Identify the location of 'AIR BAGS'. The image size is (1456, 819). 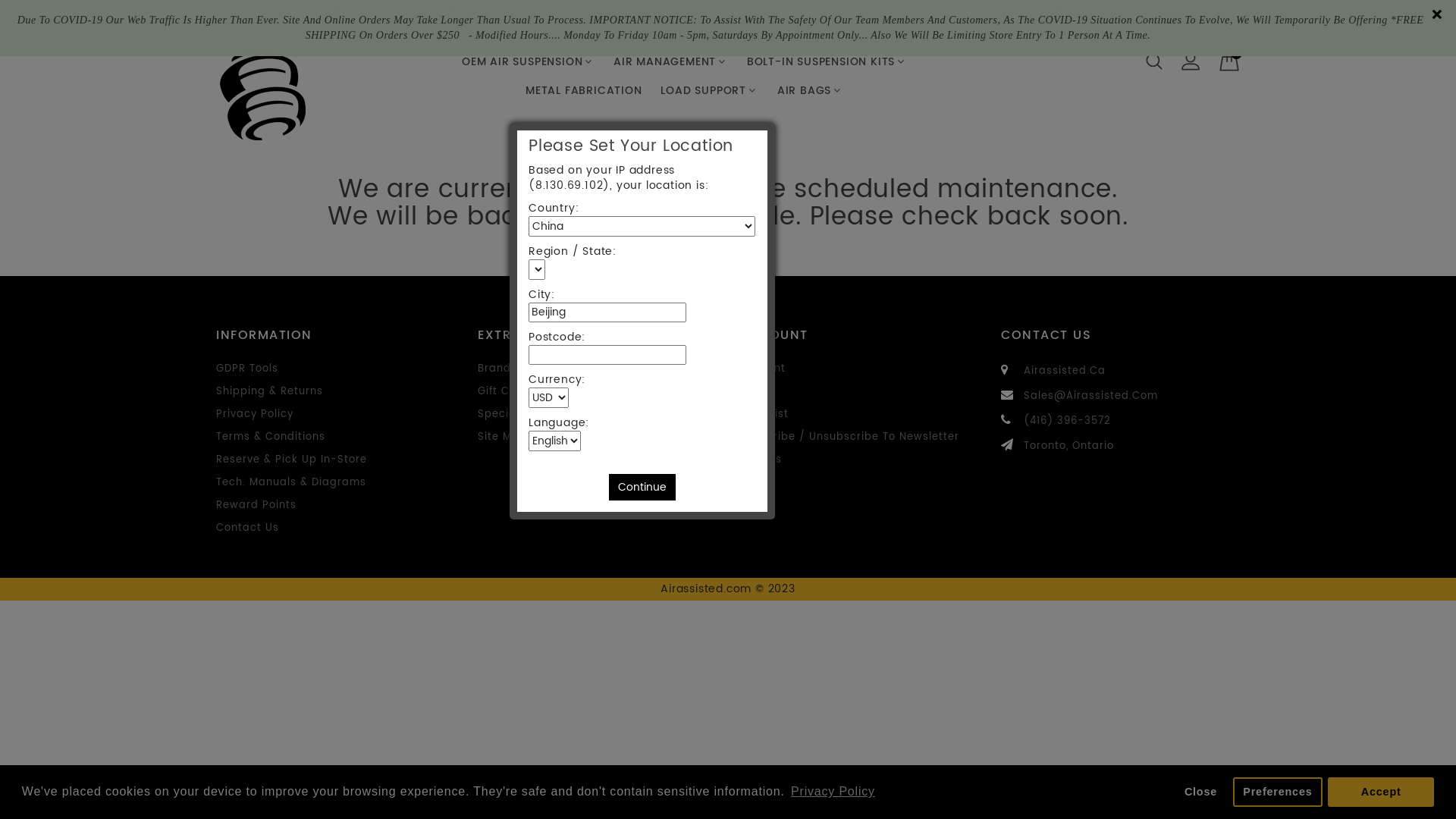
(809, 90).